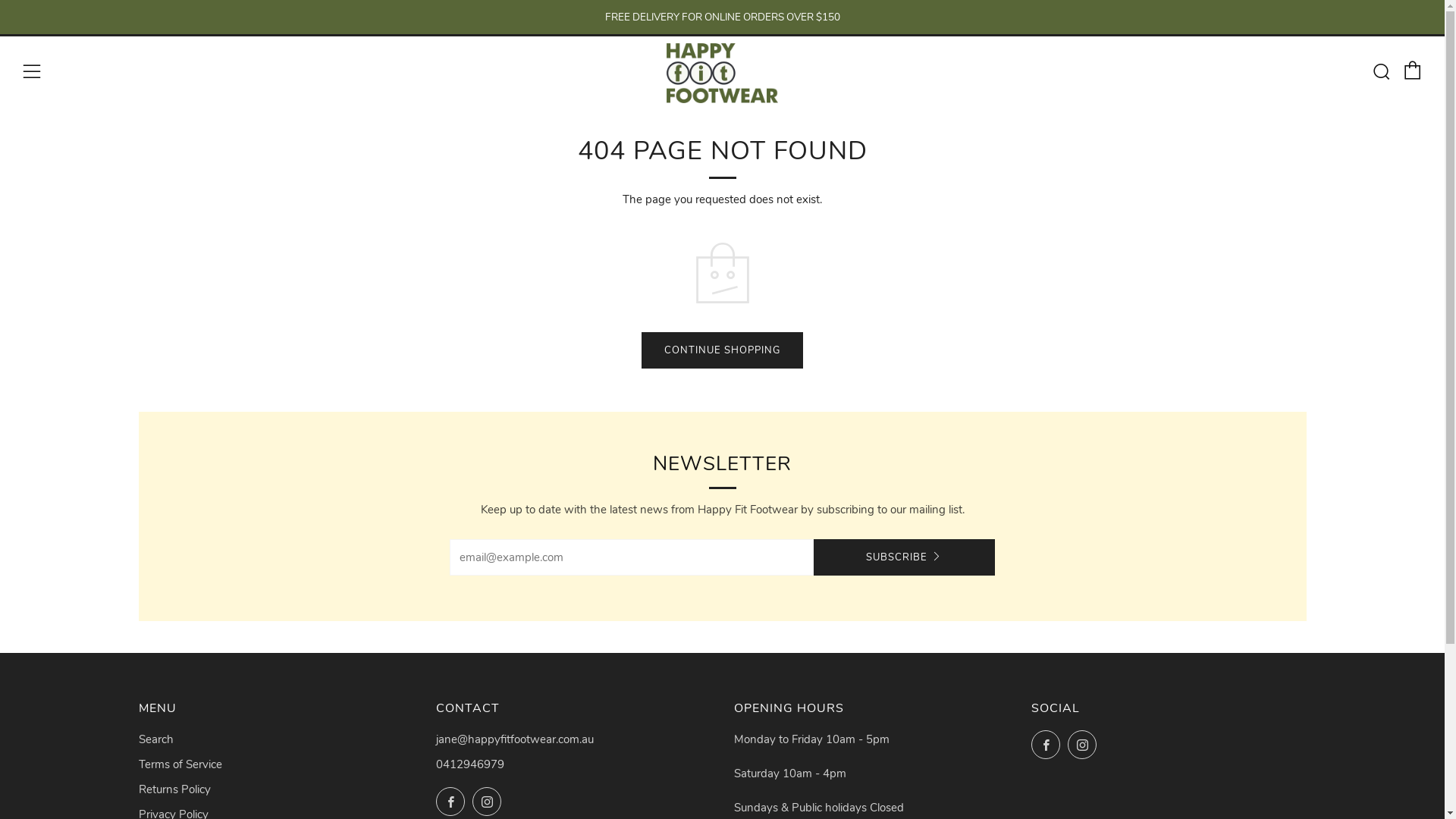  What do you see at coordinates (469, 764) in the screenshot?
I see `'0412946979'` at bounding box center [469, 764].